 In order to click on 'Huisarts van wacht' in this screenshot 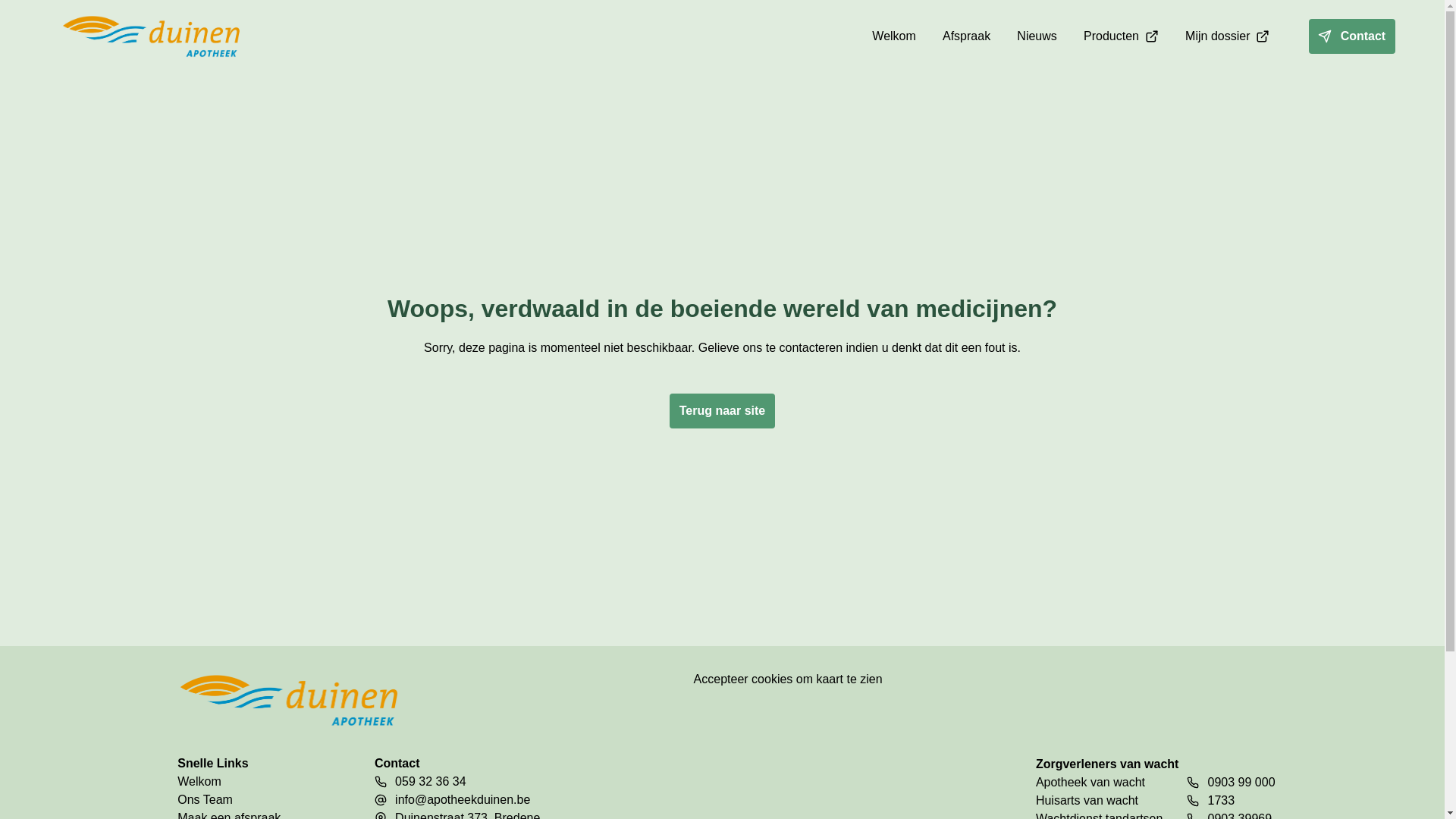, I will do `click(1099, 800)`.